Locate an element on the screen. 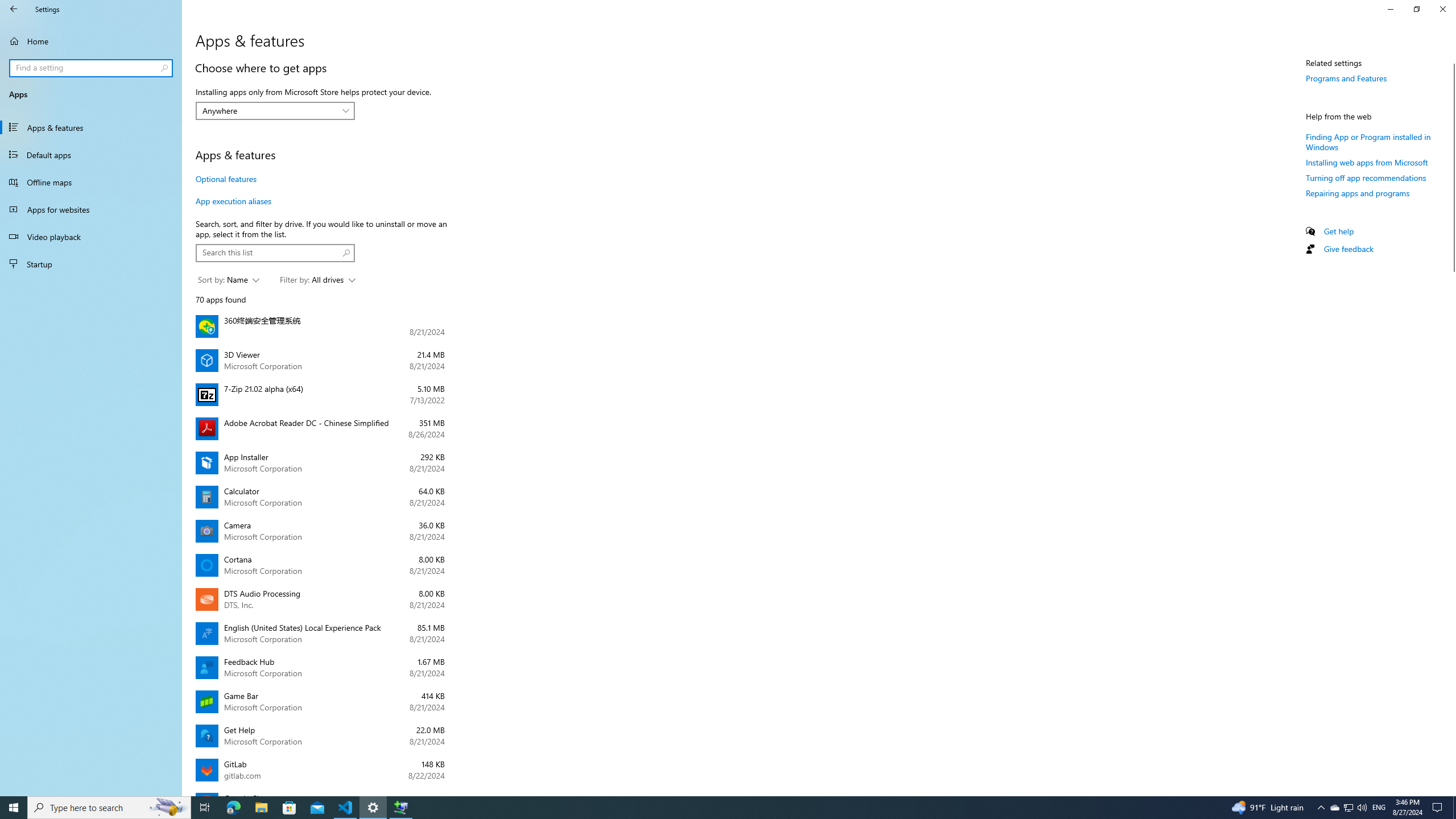 The height and width of the screenshot is (819, 1456). 'Minimize Settings' is located at coordinates (1389, 9).